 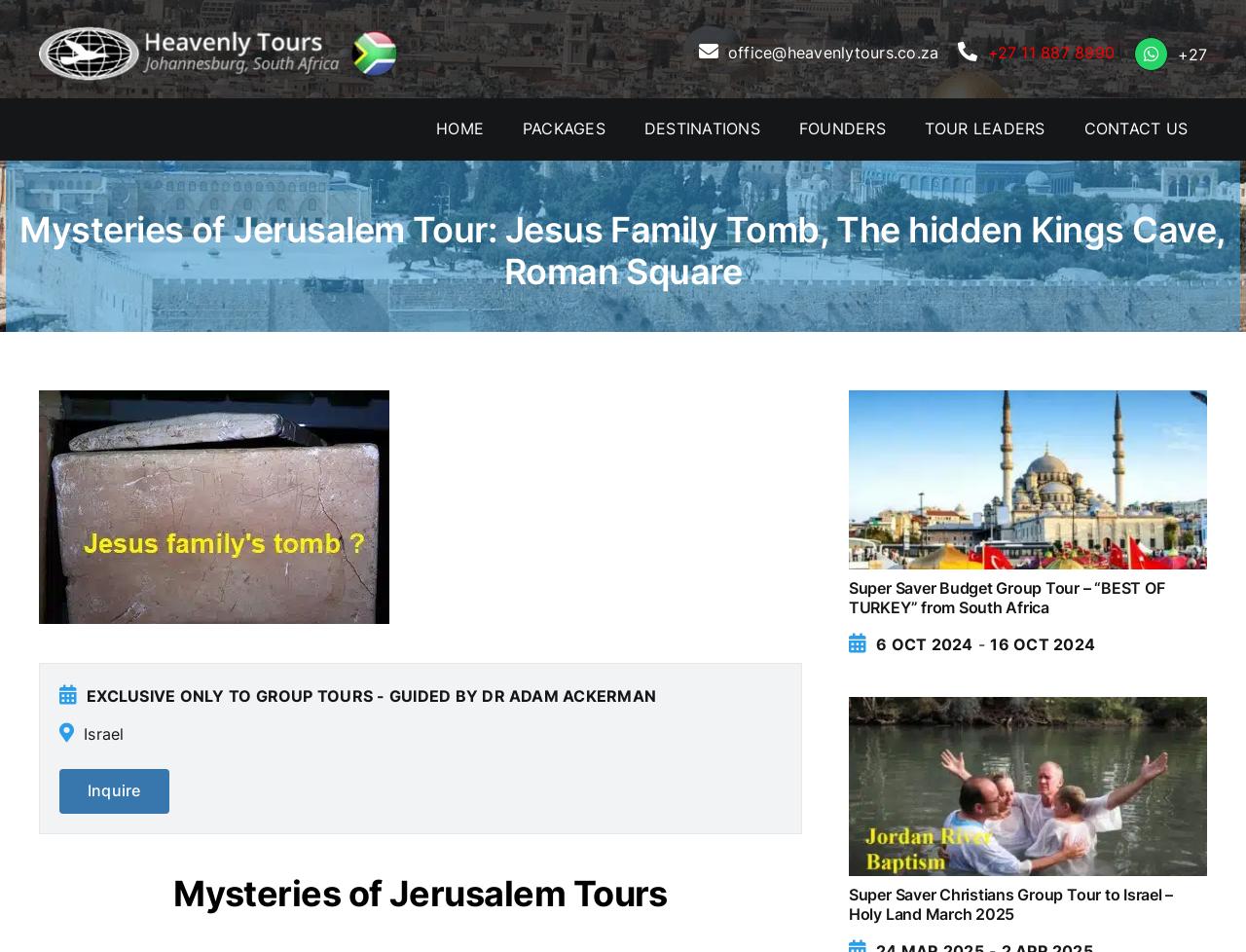 What do you see at coordinates (981, 643) in the screenshot?
I see `'-'` at bounding box center [981, 643].